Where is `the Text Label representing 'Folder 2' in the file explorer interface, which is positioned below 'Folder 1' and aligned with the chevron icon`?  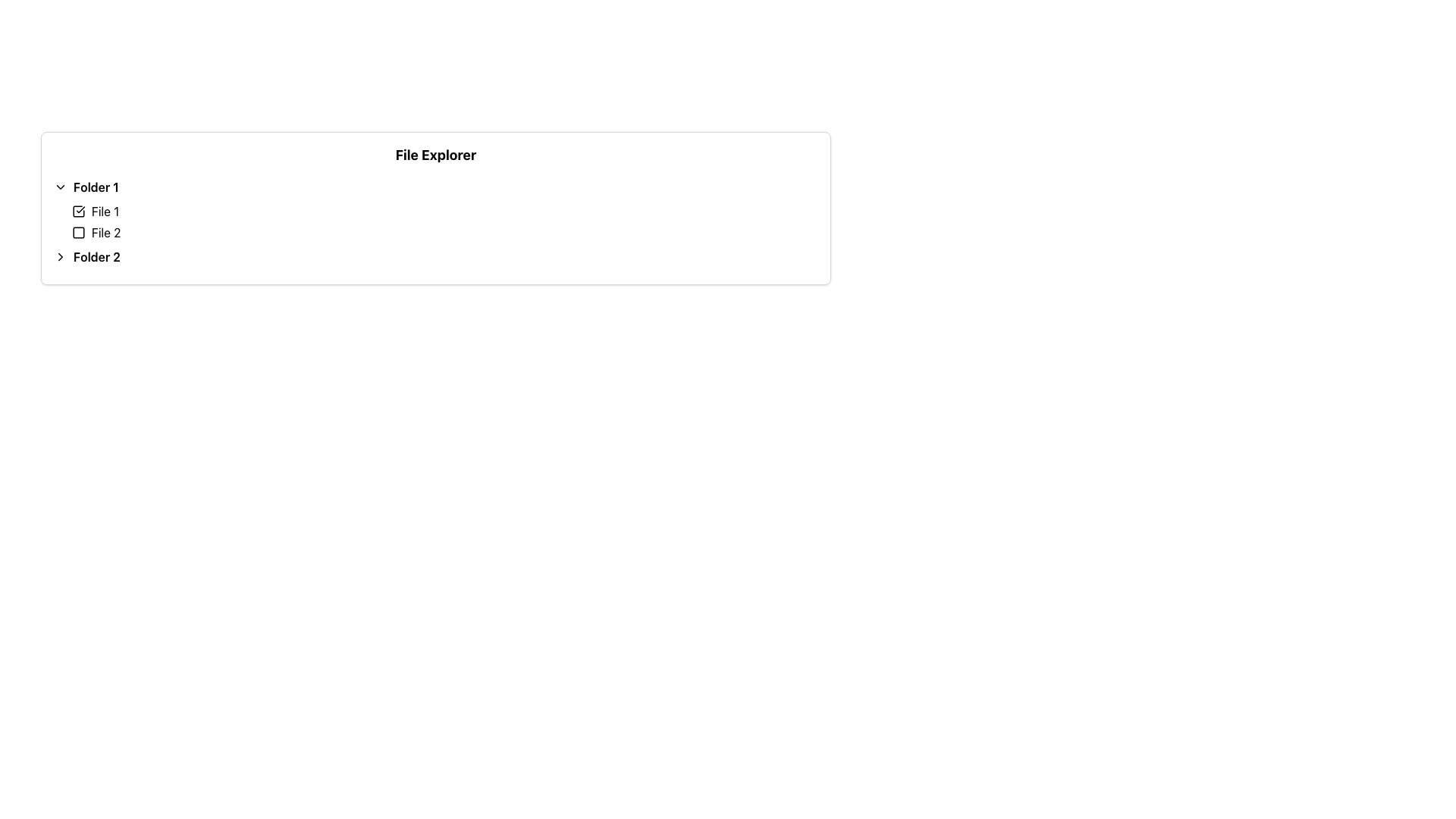
the Text Label representing 'Folder 2' in the file explorer interface, which is positioned below 'Folder 1' and aligned with the chevron icon is located at coordinates (96, 256).